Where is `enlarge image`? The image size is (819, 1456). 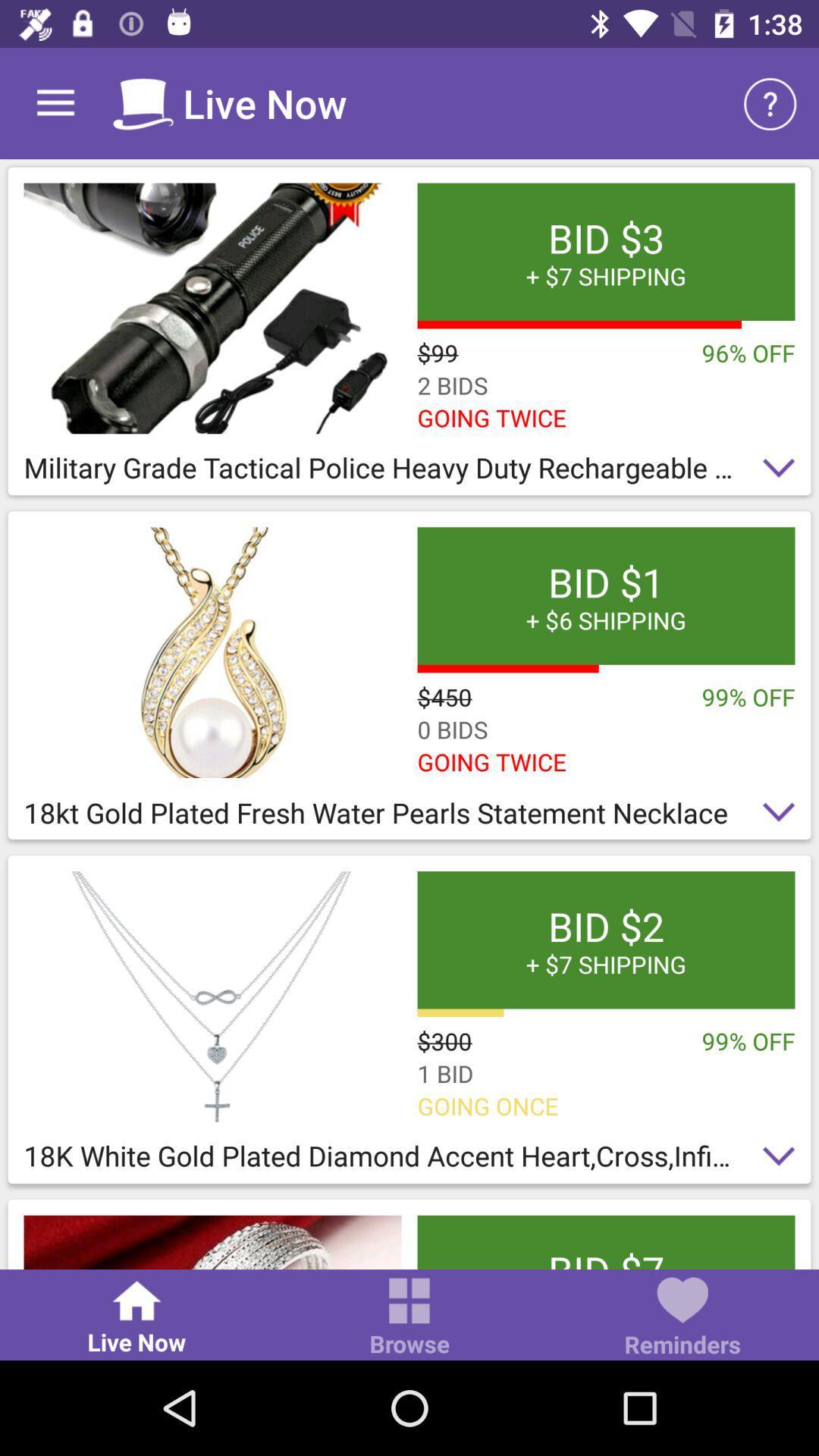
enlarge image is located at coordinates (212, 652).